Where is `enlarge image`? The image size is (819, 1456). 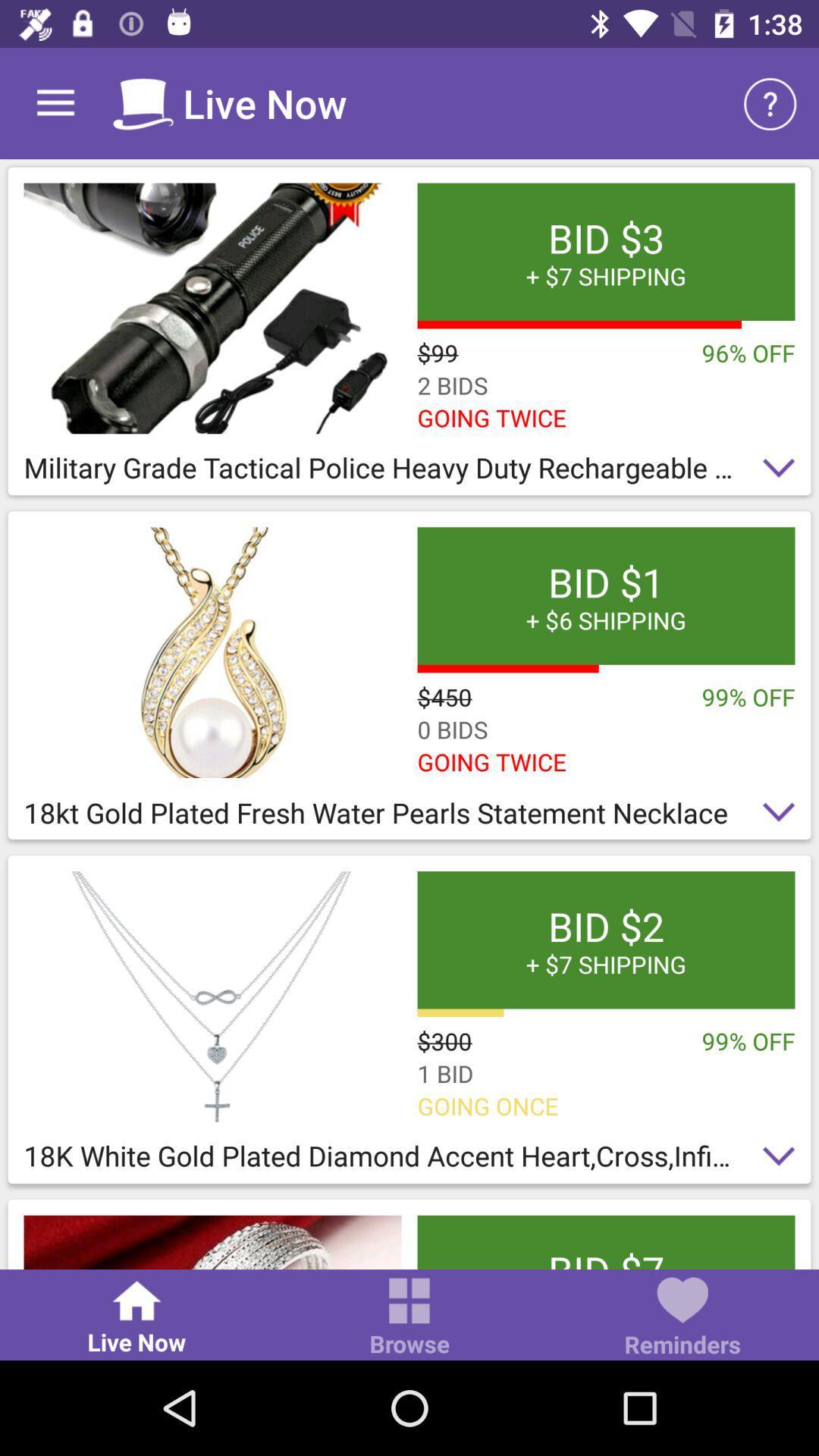
enlarge image is located at coordinates (212, 652).